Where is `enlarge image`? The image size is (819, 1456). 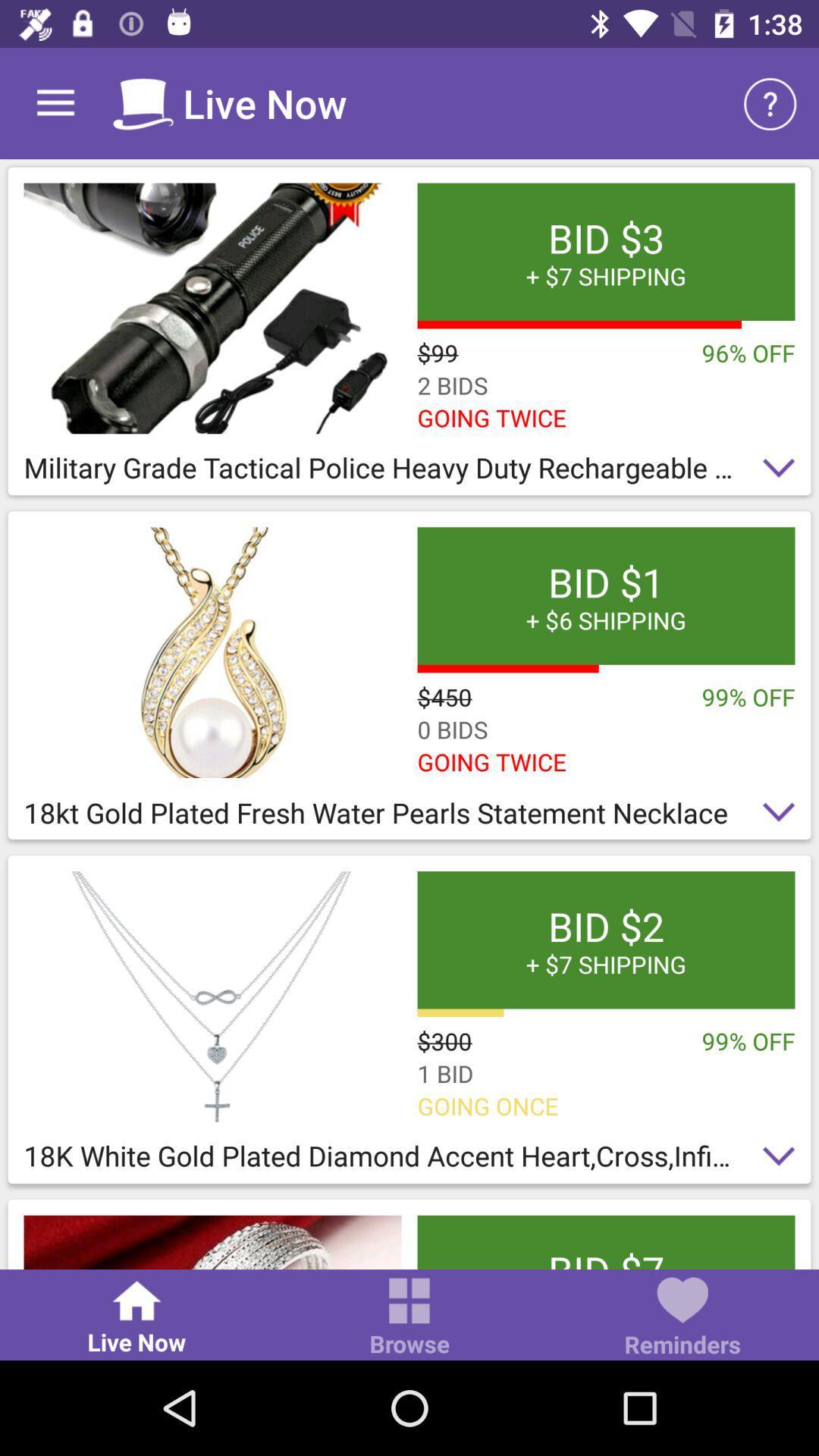
enlarge image is located at coordinates (212, 652).